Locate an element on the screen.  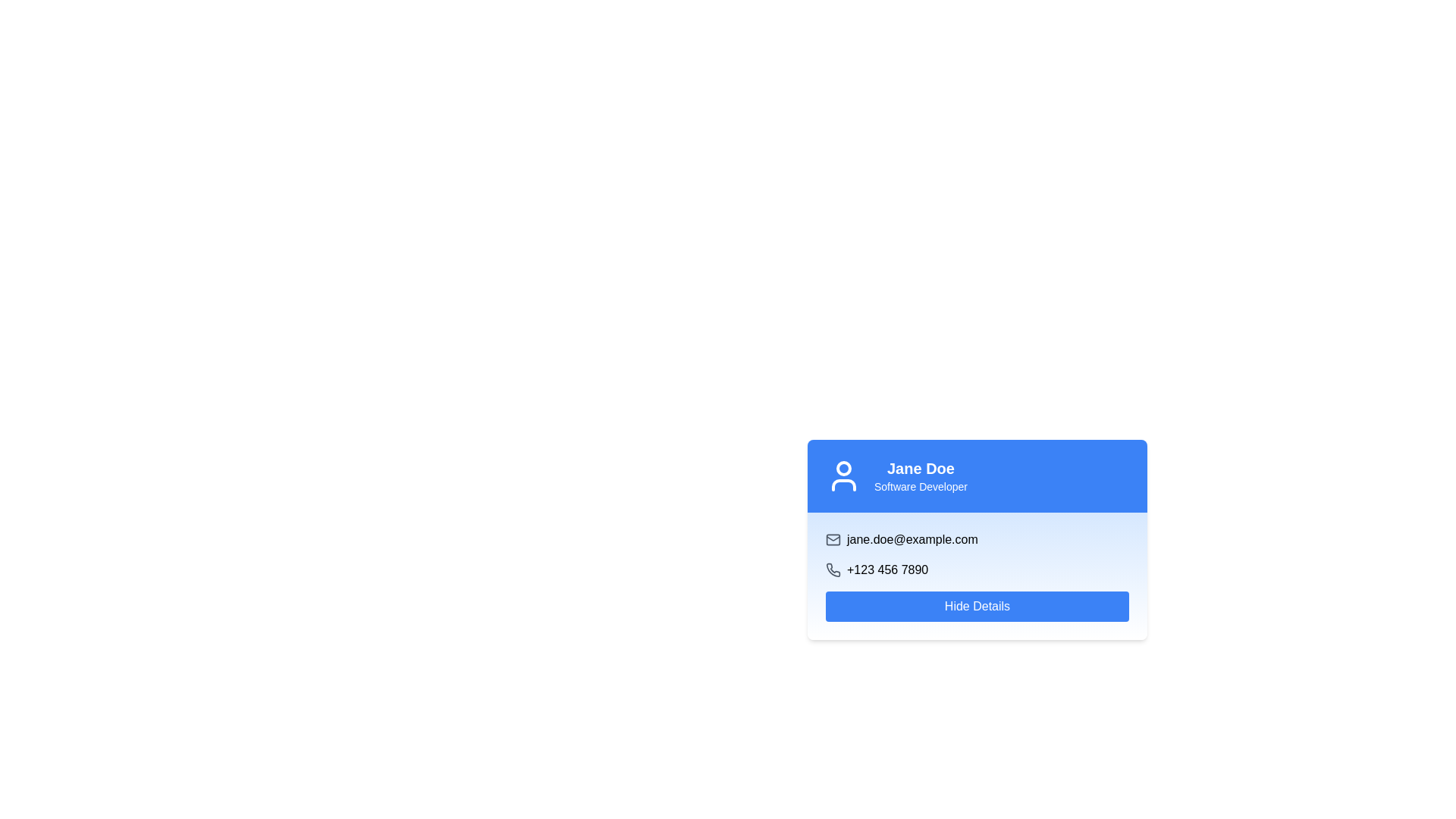
the 'Jane Doe' text label, which is displayed in bold white font on a blue background, located at the upper segment of the user information card is located at coordinates (920, 467).